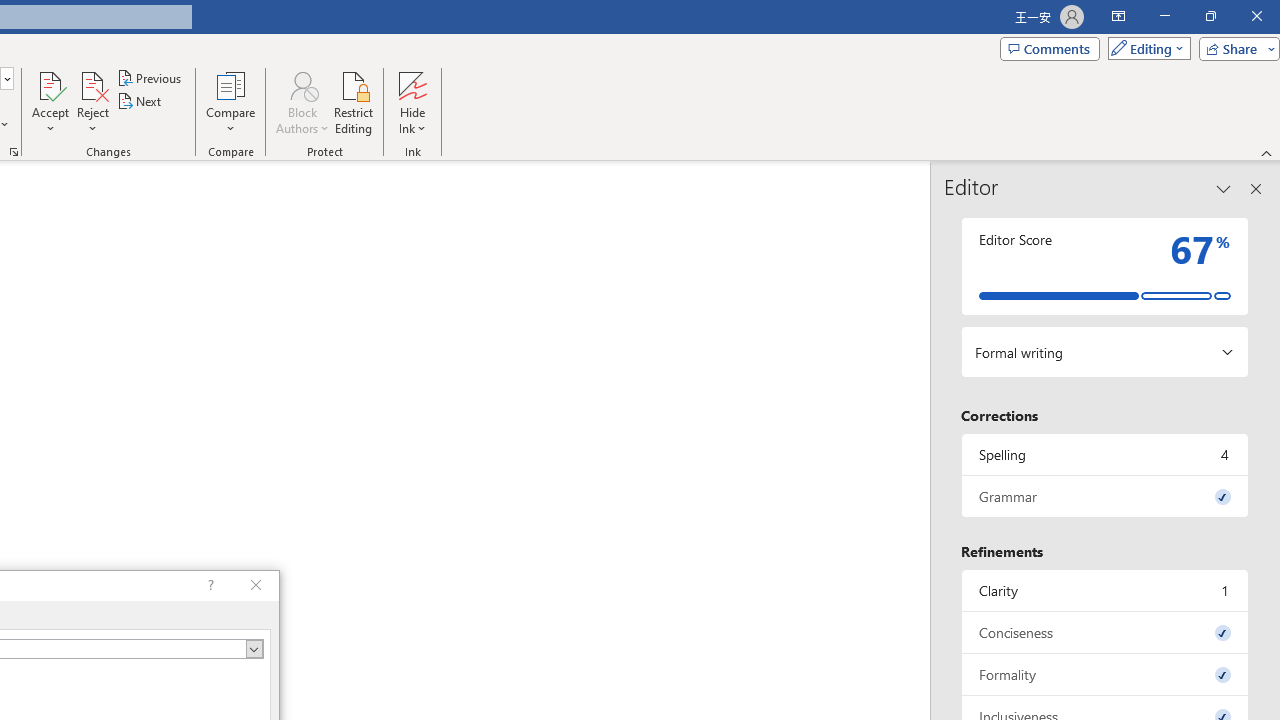 This screenshot has height=720, width=1280. What do you see at coordinates (91, 84) in the screenshot?
I see `'Reject and Move to Next'` at bounding box center [91, 84].